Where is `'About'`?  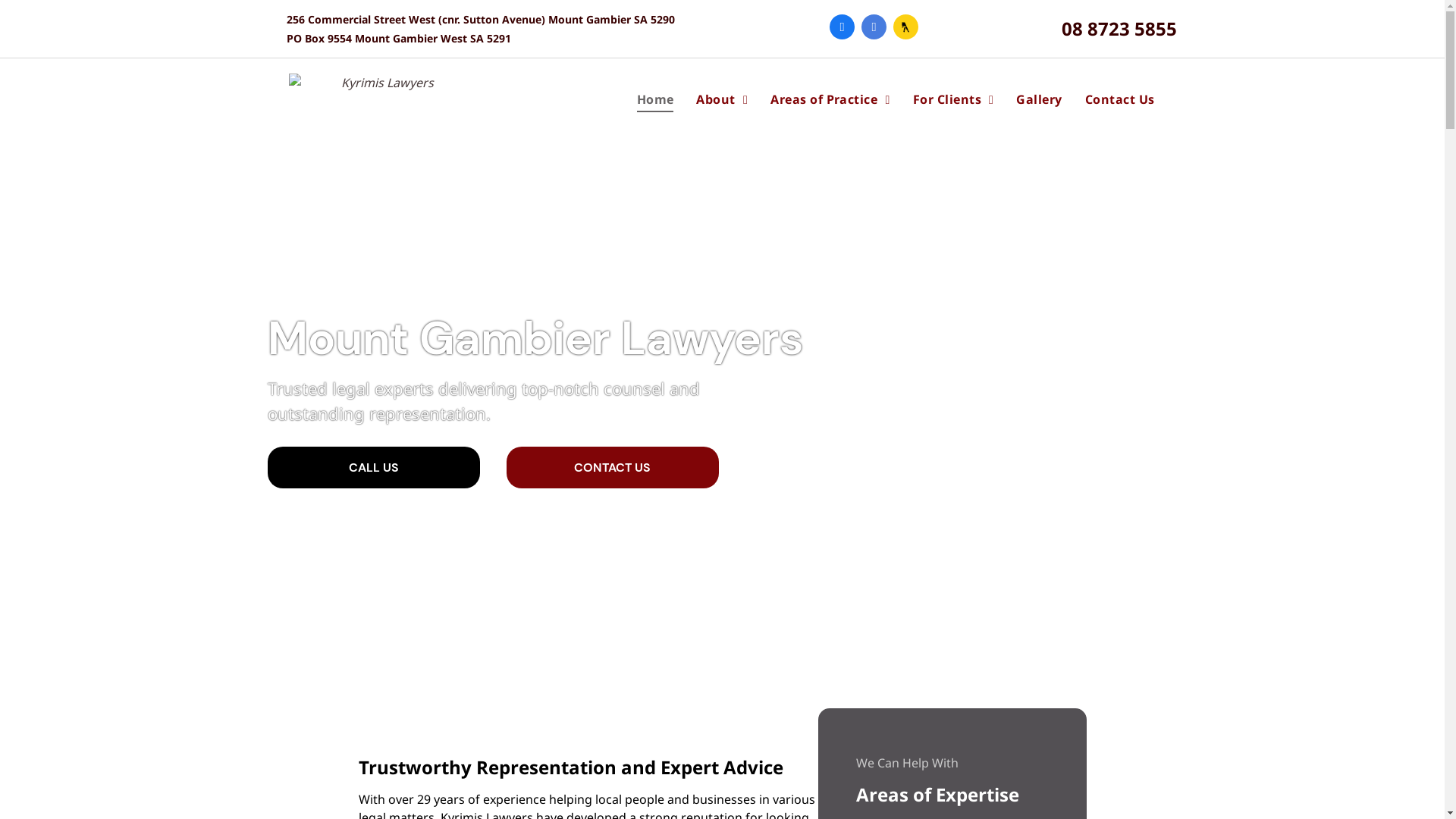 'About' is located at coordinates (720, 99).